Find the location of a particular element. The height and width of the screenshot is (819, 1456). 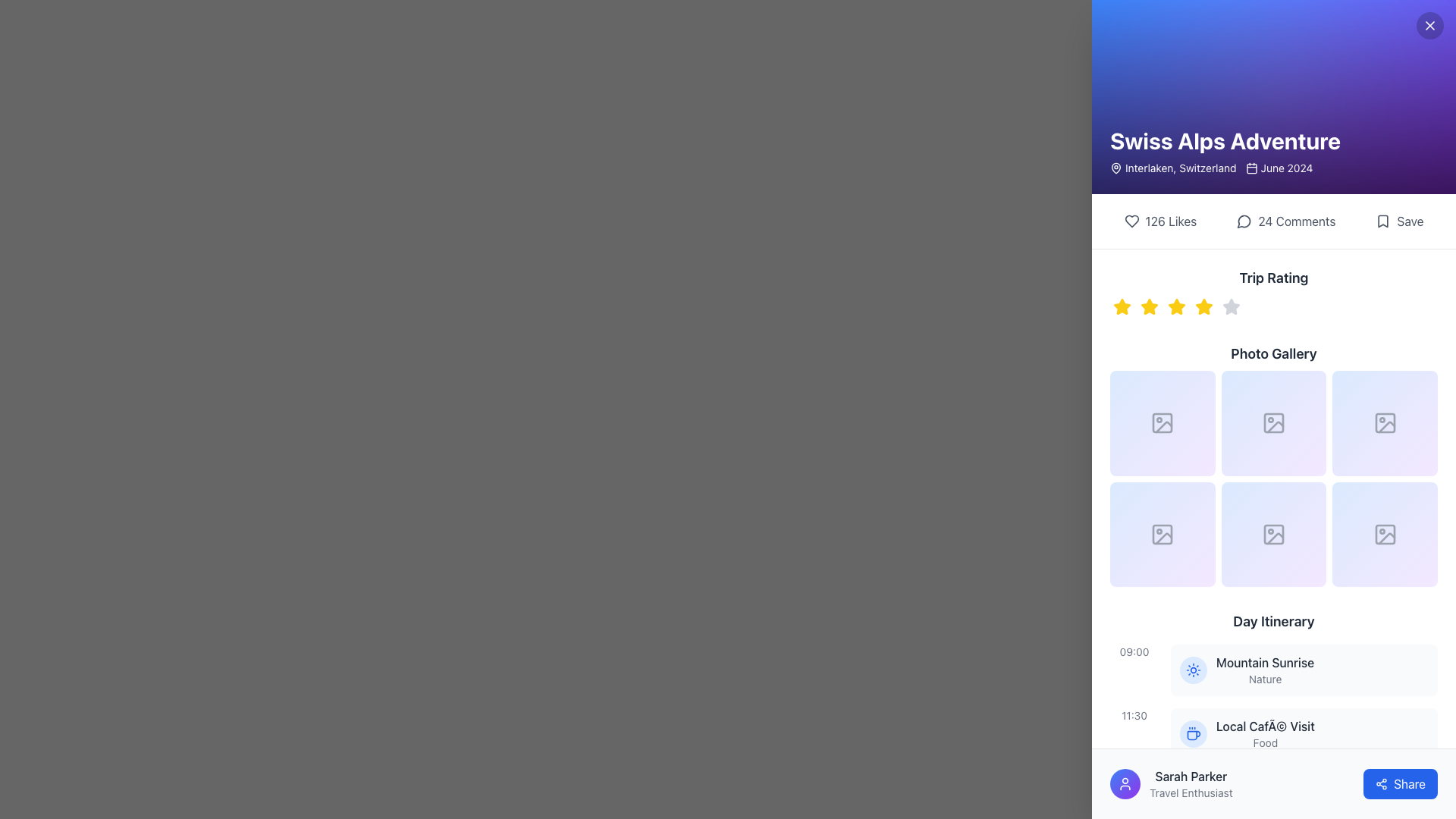

the bookmark icon located in the interactive 'Save' area at the top-right side below the title 'Swiss Alps Adventure'. The icon represents the save function and is defined by a dark stroke with no fill is located at coordinates (1383, 221).